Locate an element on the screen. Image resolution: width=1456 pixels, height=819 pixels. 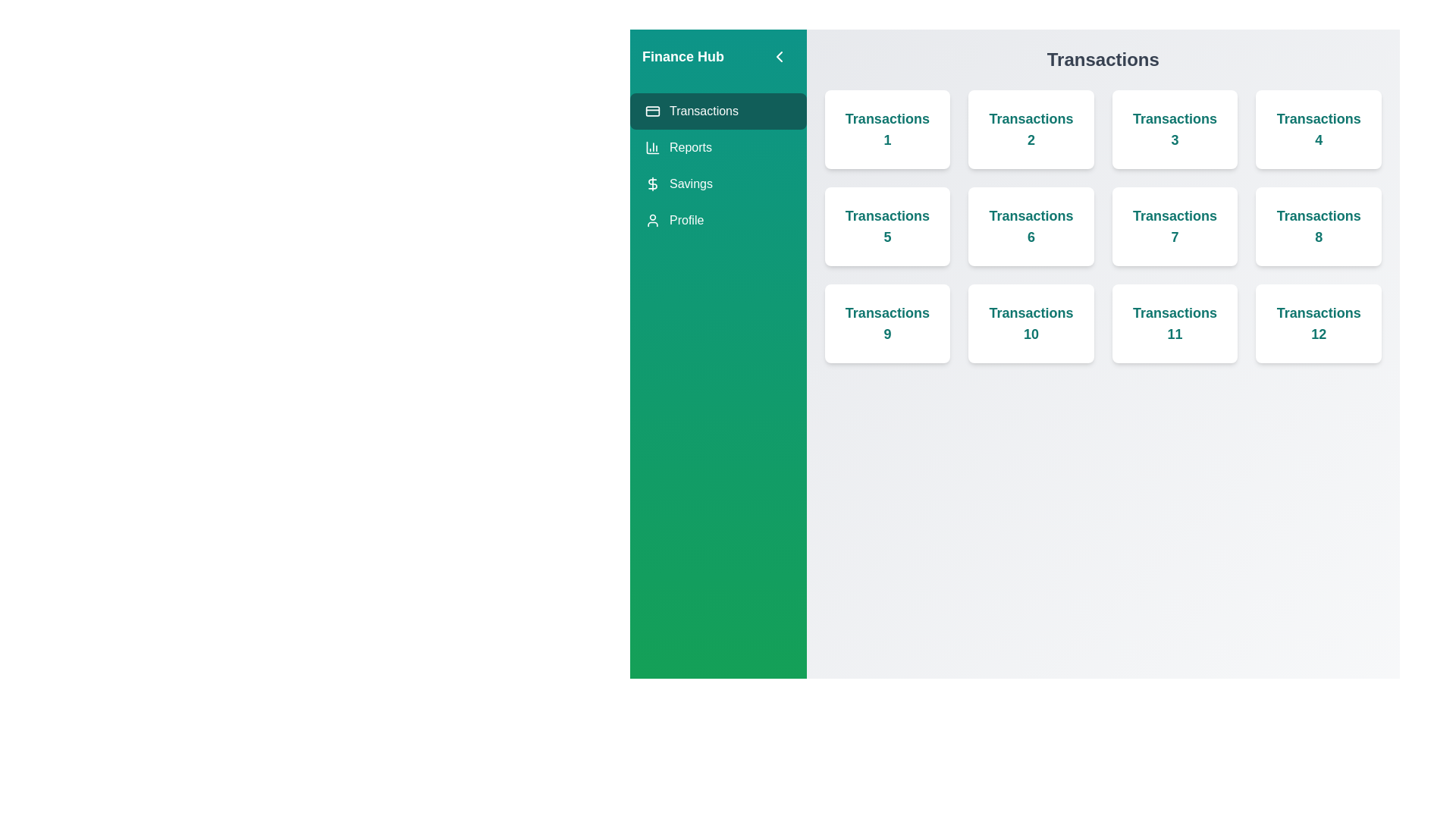
the sidebar header element Reports is located at coordinates (717, 148).